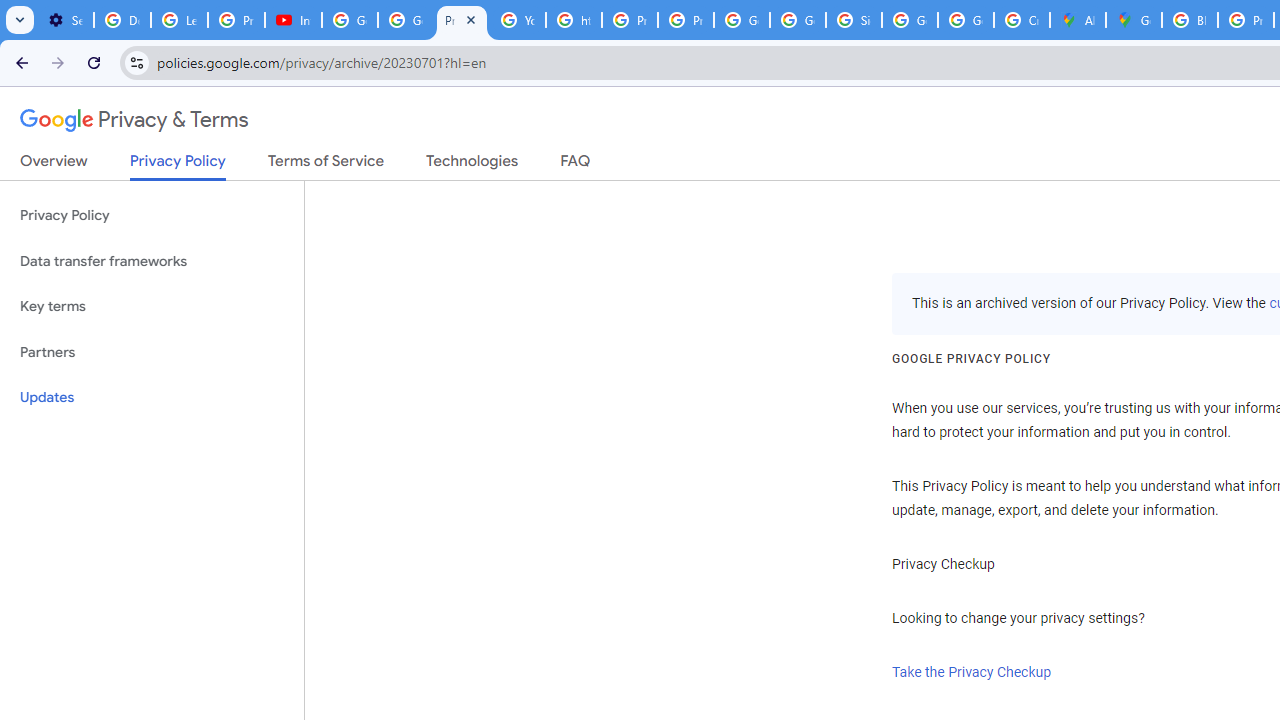 The image size is (1280, 720). I want to click on 'Introduction | Google Privacy Policy - YouTube', so click(292, 20).